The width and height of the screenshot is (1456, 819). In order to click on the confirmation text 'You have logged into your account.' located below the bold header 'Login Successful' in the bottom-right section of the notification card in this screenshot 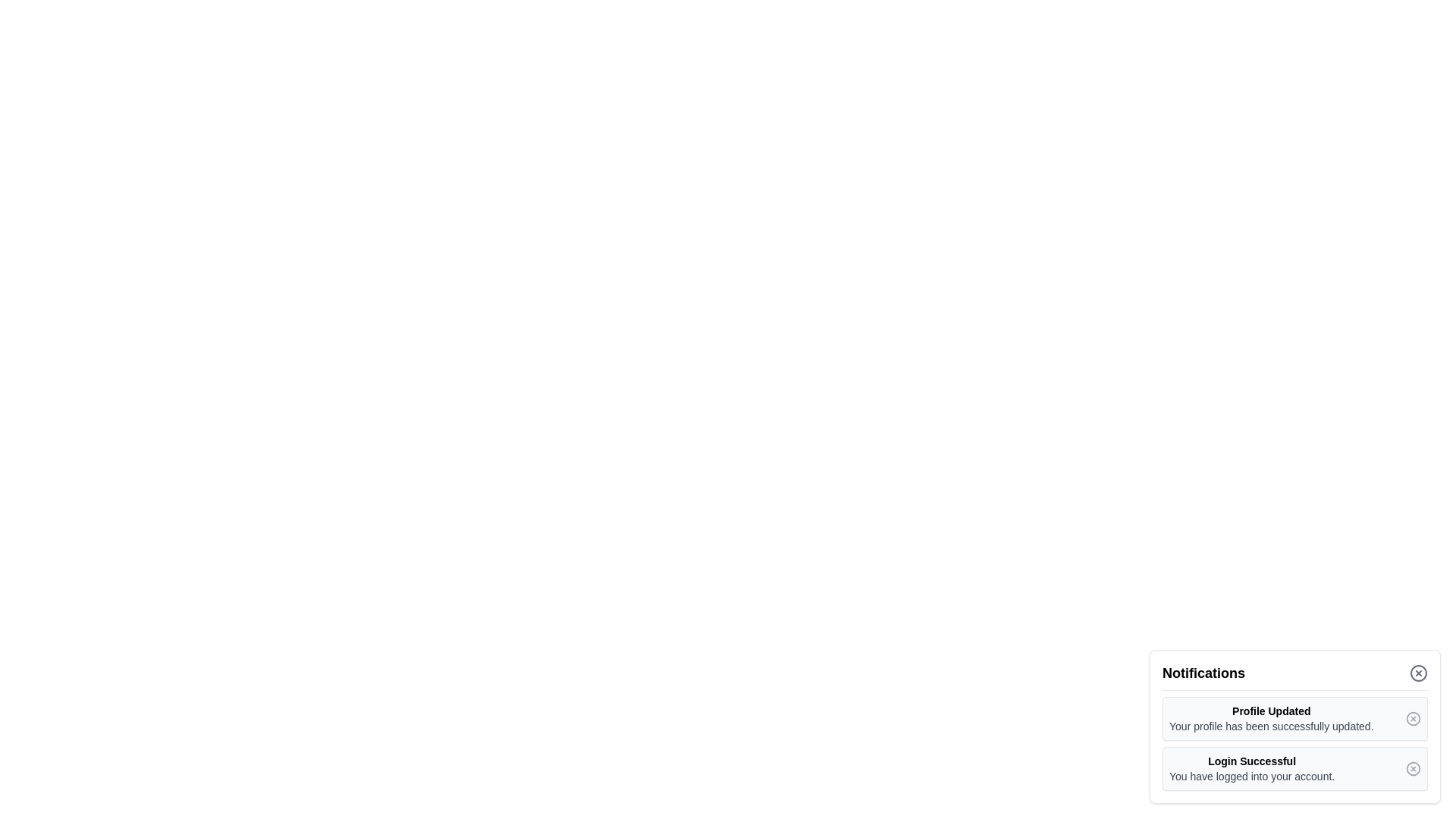, I will do `click(1252, 776)`.